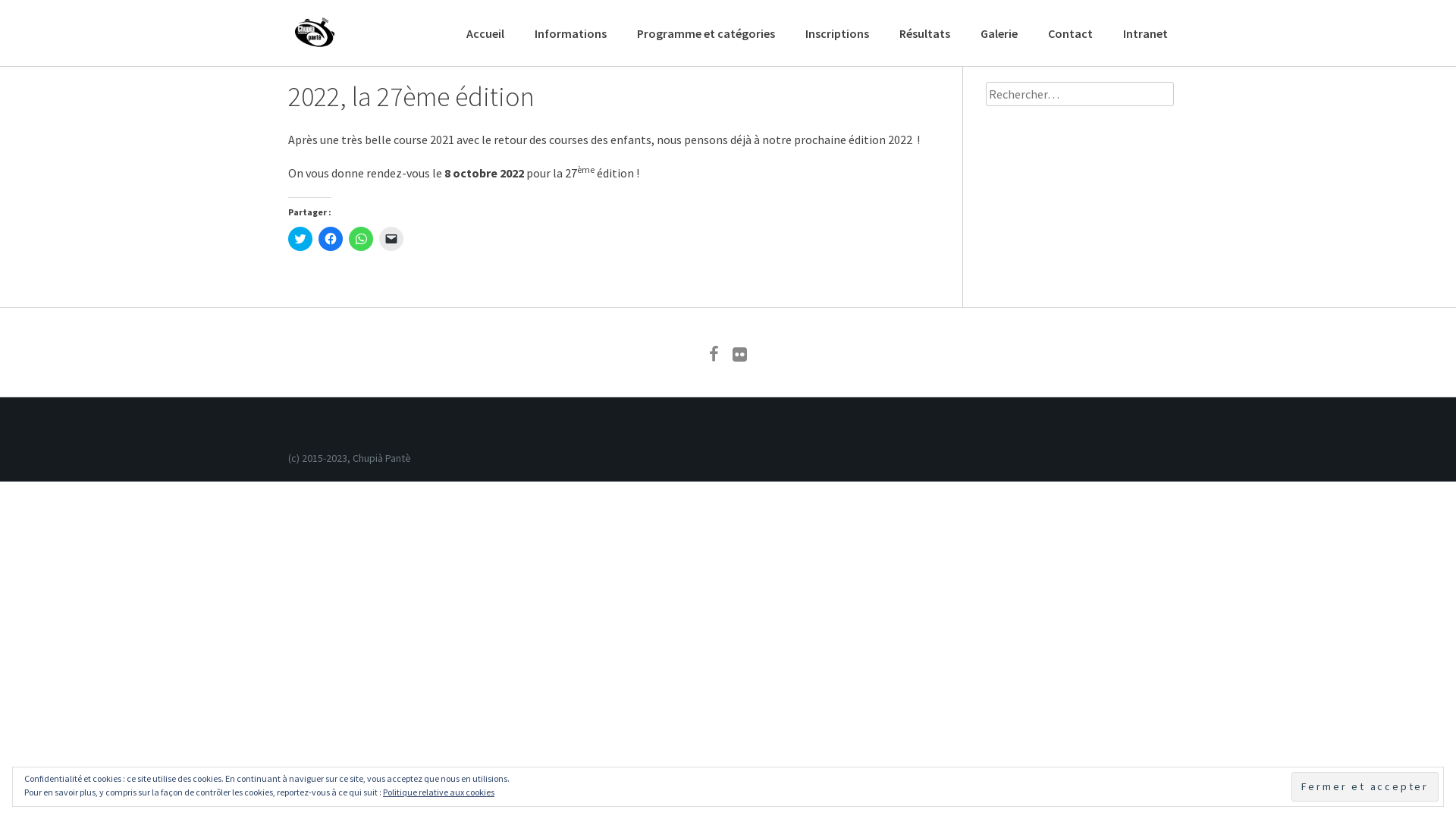 The height and width of the screenshot is (819, 1456). I want to click on 'Galerie', so click(964, 33).